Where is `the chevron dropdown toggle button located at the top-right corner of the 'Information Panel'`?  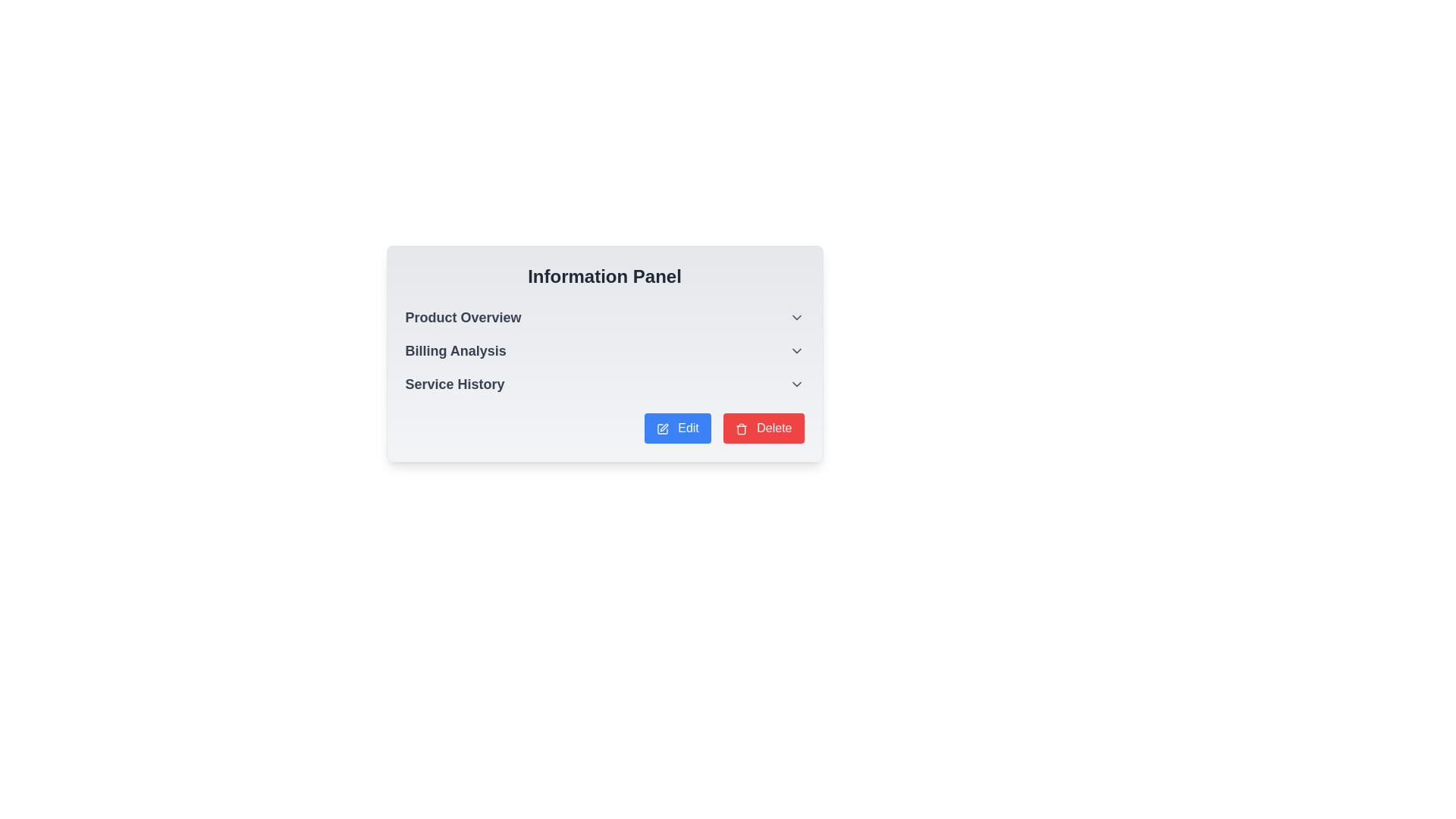
the chevron dropdown toggle button located at the top-right corner of the 'Information Panel' is located at coordinates (795, 317).